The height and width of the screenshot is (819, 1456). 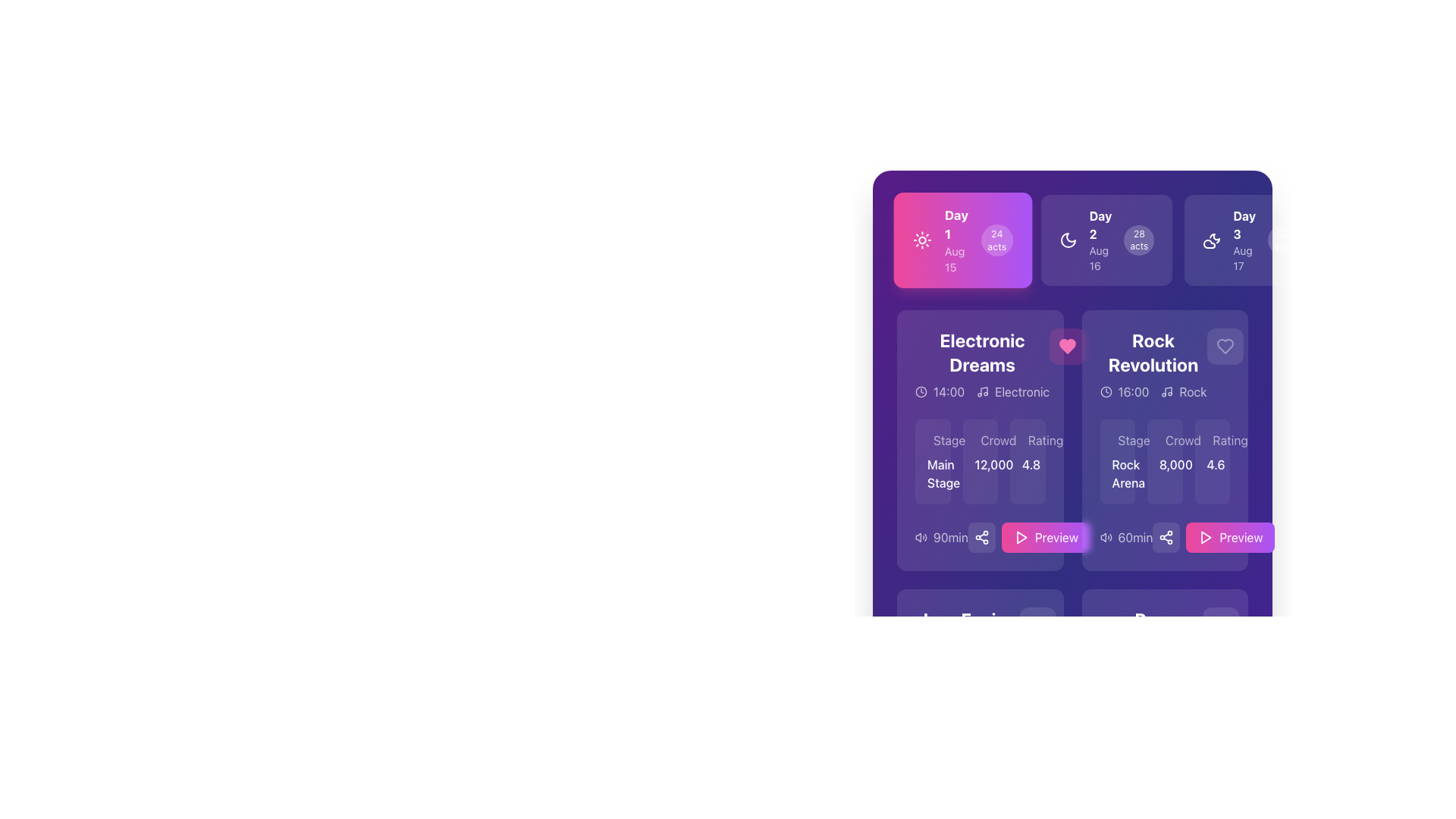 What do you see at coordinates (1021, 537) in the screenshot?
I see `the pink triangular play icon embedded within the 'Preview' button located at the bottom-right of the 'Rock Revolution' panel` at bounding box center [1021, 537].